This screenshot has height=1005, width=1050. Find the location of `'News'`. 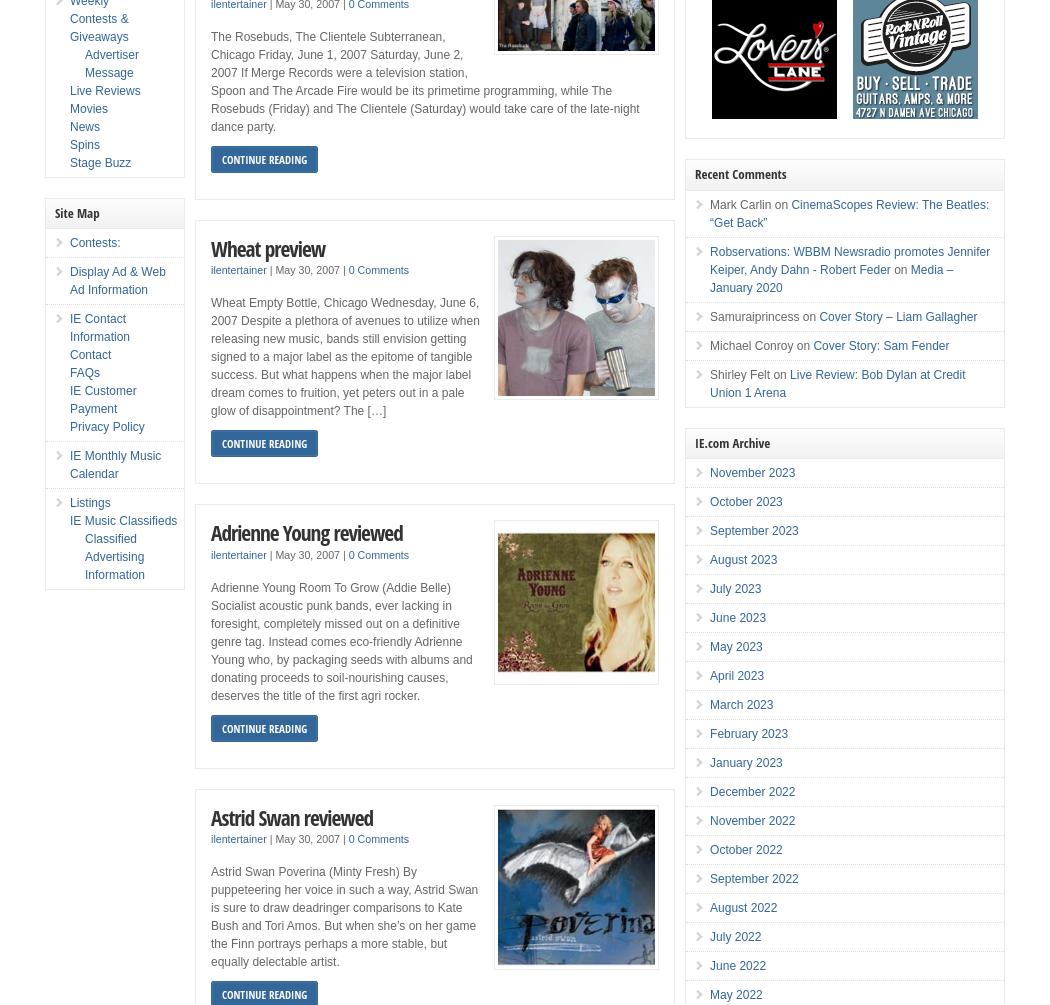

'News' is located at coordinates (85, 126).